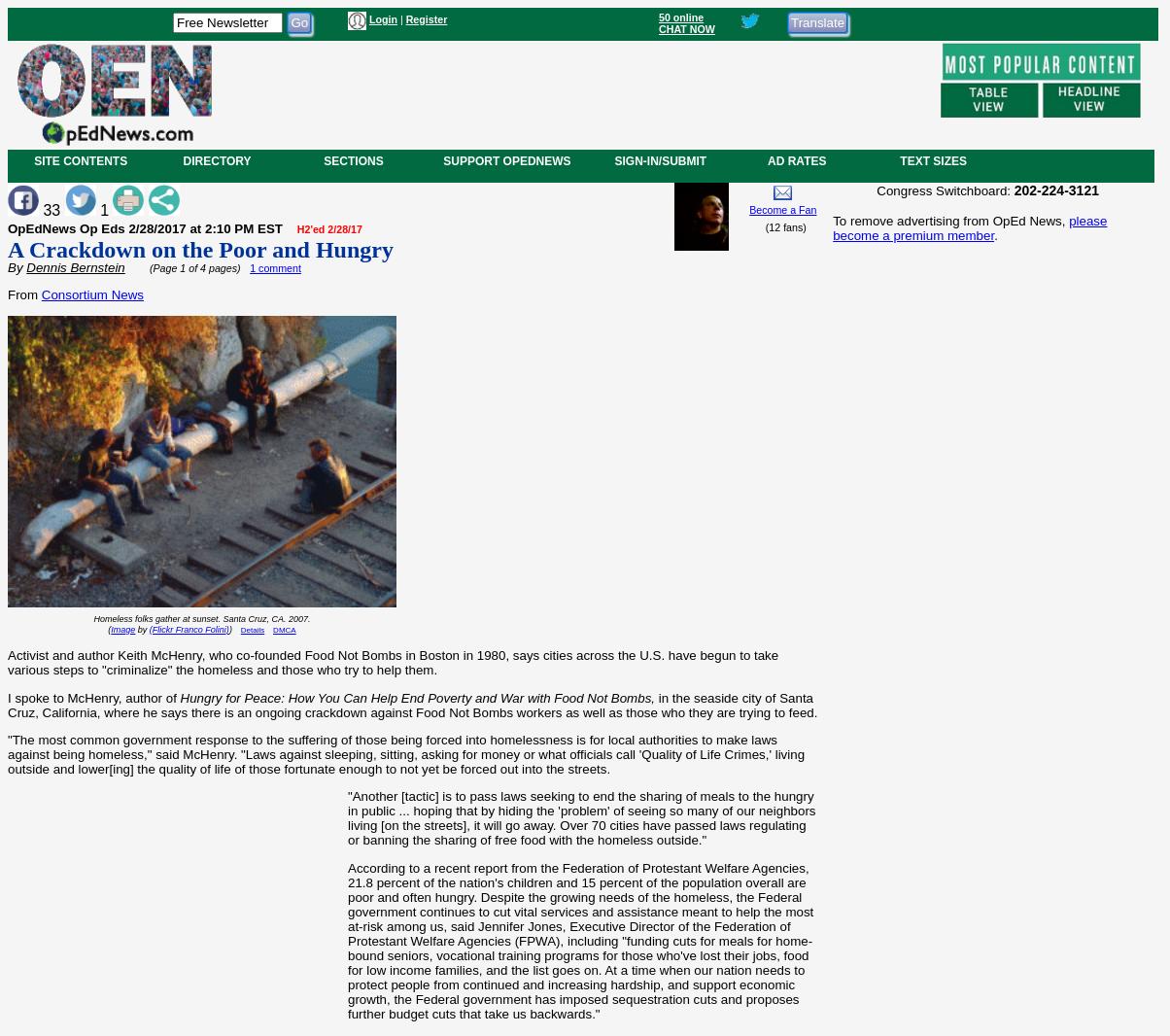  I want to click on '50 online', so click(658, 17).